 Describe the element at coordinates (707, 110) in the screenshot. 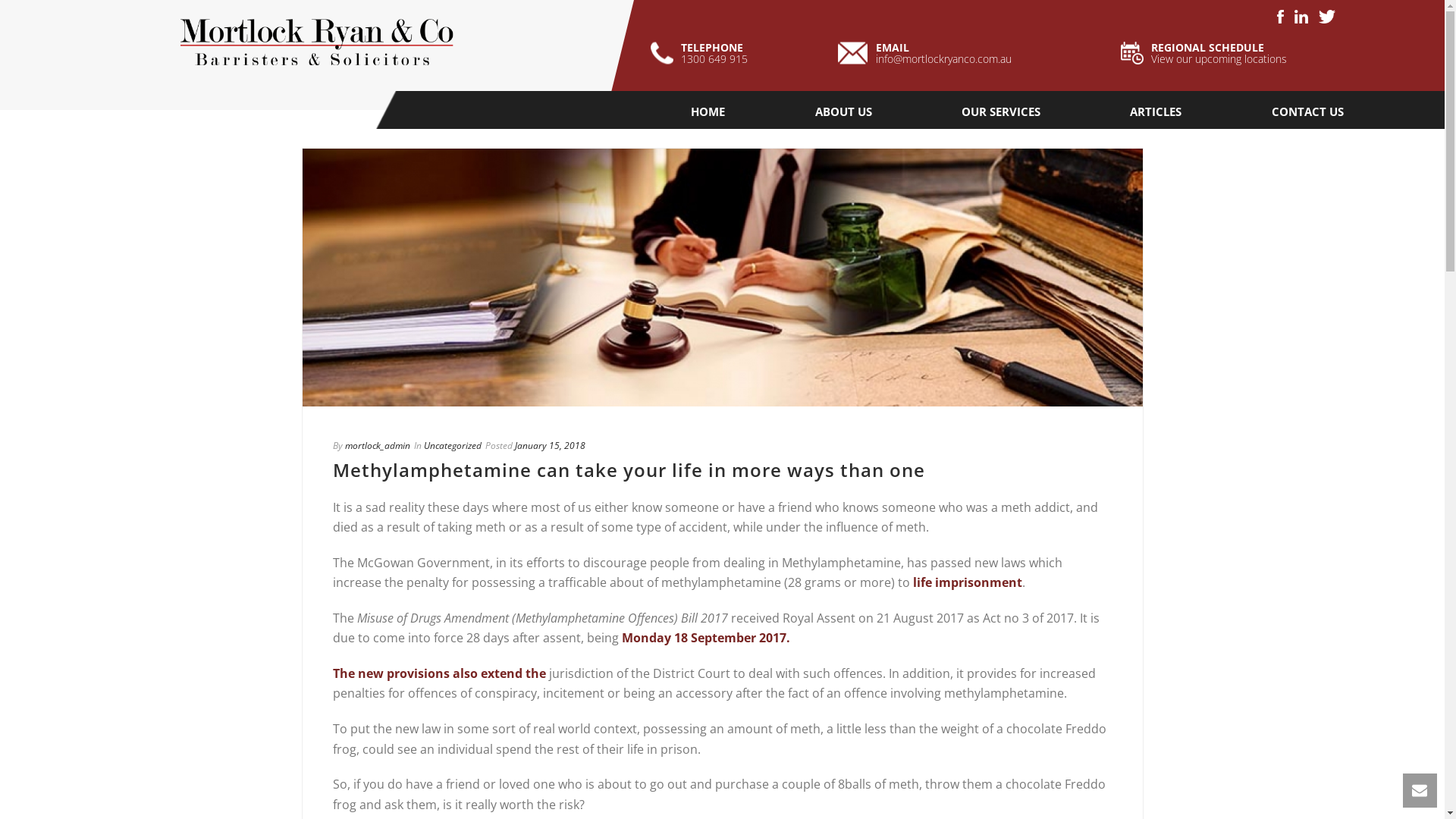

I see `'HOME'` at that location.